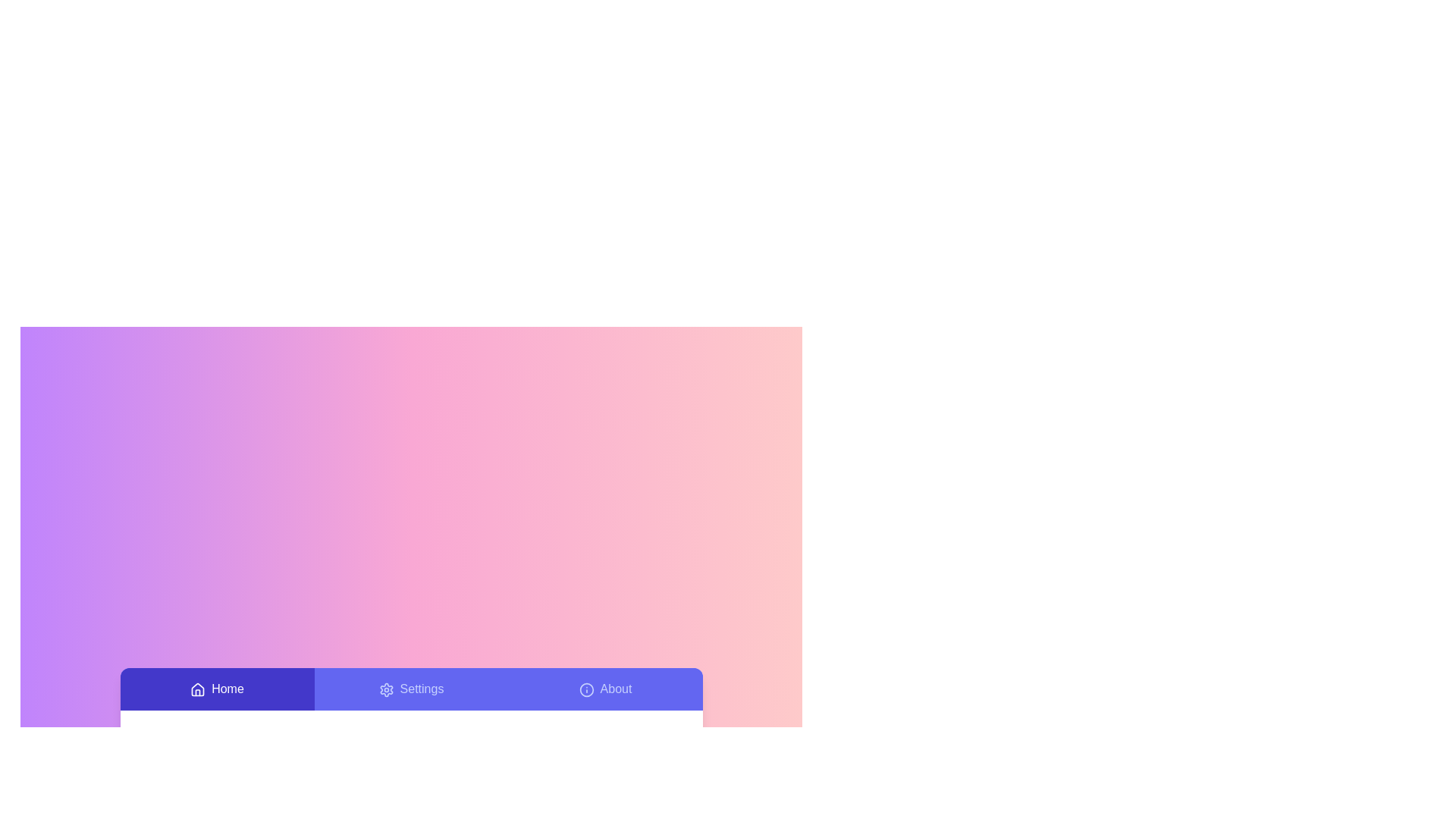 Image resolution: width=1456 pixels, height=819 pixels. What do you see at coordinates (216, 689) in the screenshot?
I see `the Home tab to activate it` at bounding box center [216, 689].